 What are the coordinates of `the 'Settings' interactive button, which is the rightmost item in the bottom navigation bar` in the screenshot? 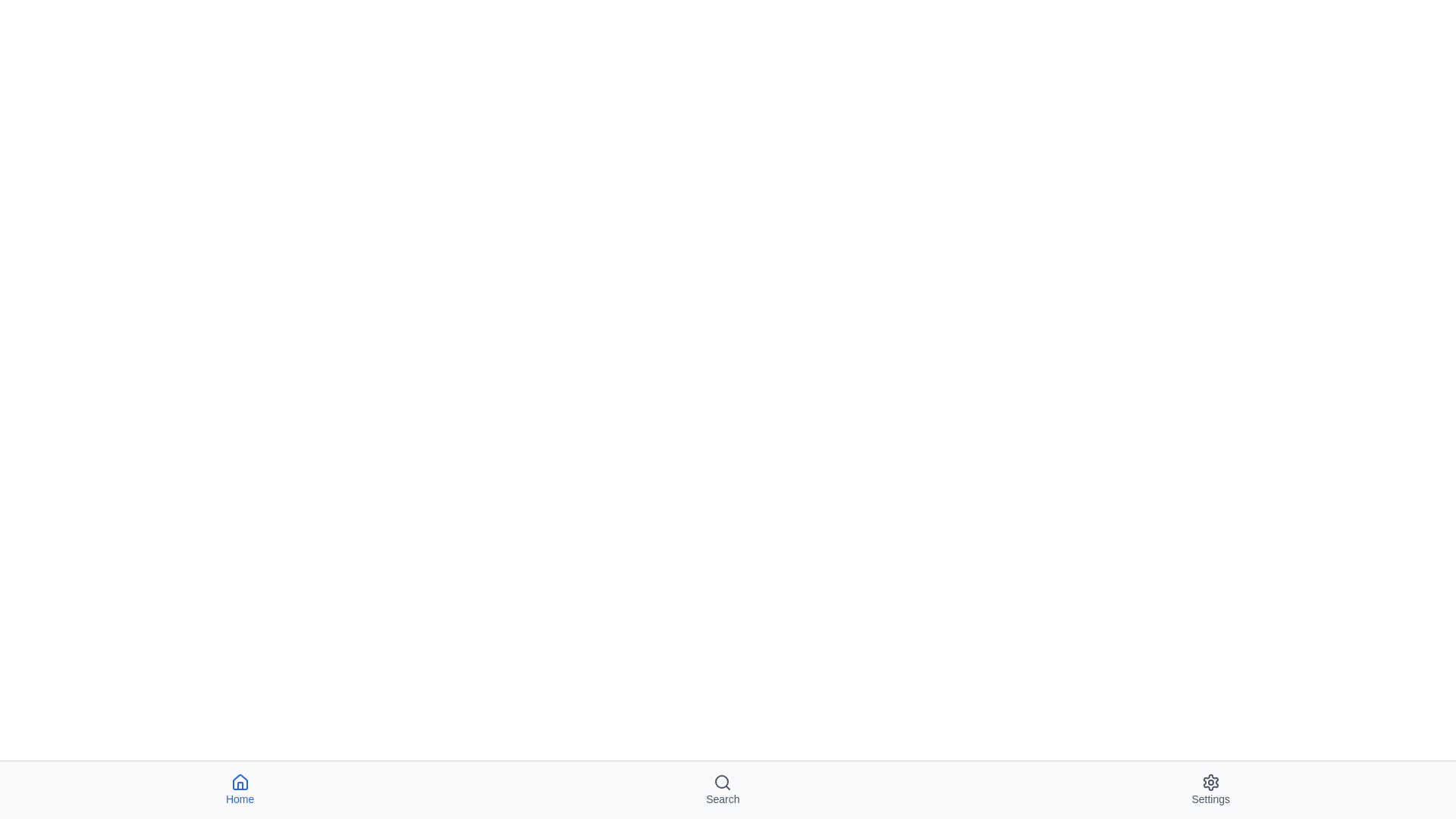 It's located at (1210, 789).